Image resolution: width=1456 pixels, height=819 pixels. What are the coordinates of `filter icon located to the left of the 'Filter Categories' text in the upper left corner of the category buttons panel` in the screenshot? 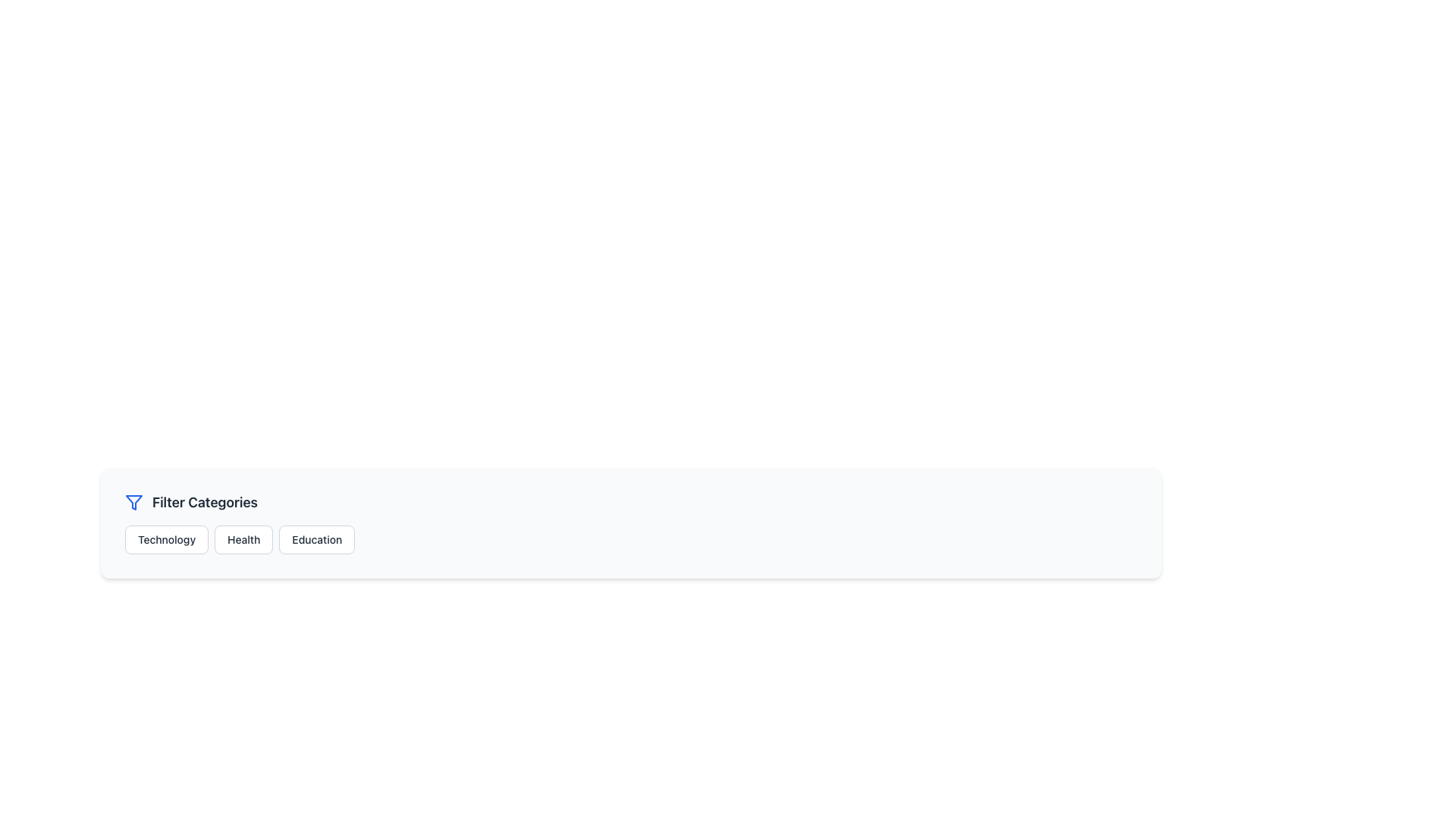 It's located at (134, 503).